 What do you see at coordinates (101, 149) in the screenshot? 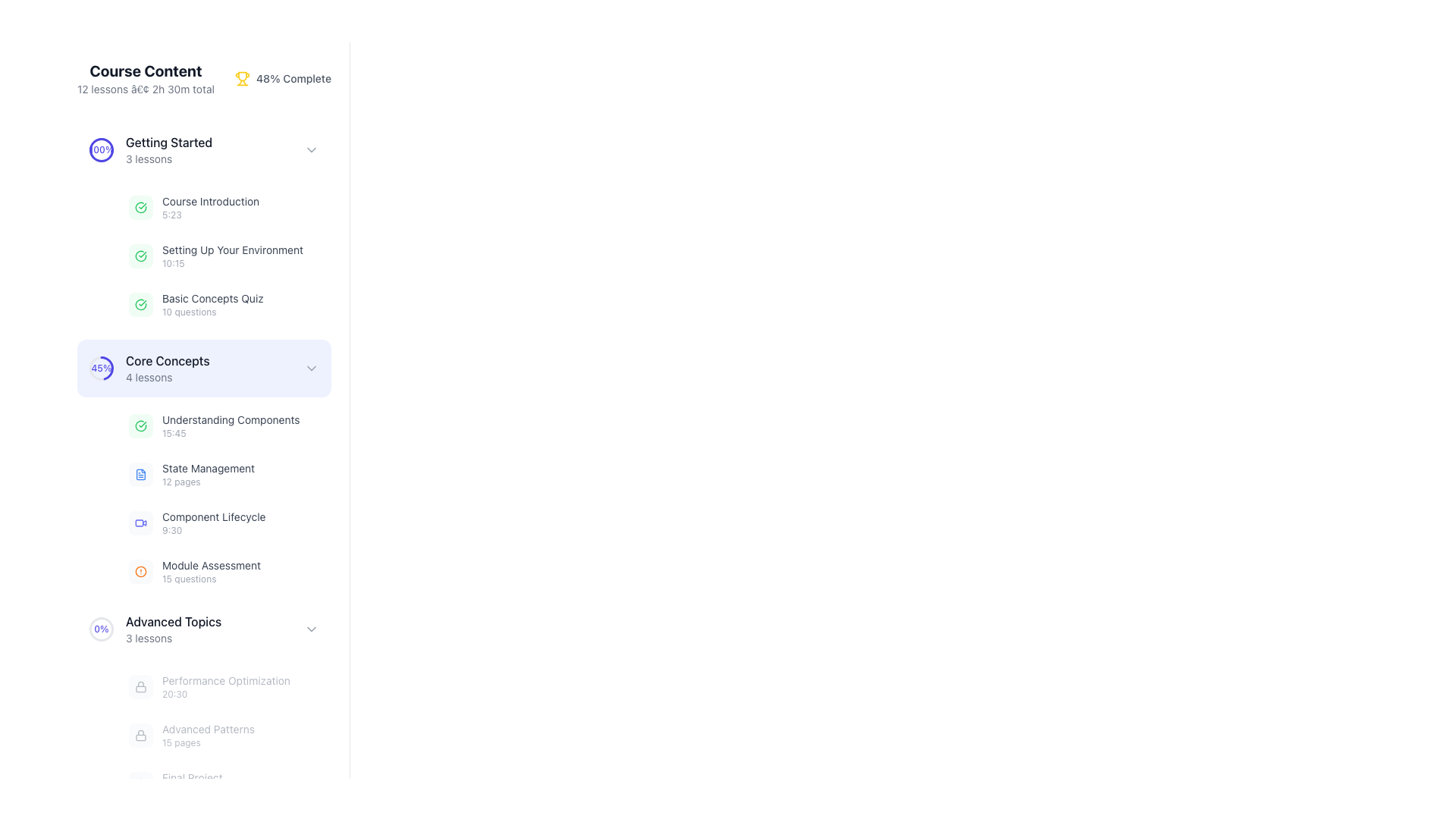
I see `the blue circular progress indicator displaying '100%' which is positioned to the left of the 'Getting Started' text` at bounding box center [101, 149].